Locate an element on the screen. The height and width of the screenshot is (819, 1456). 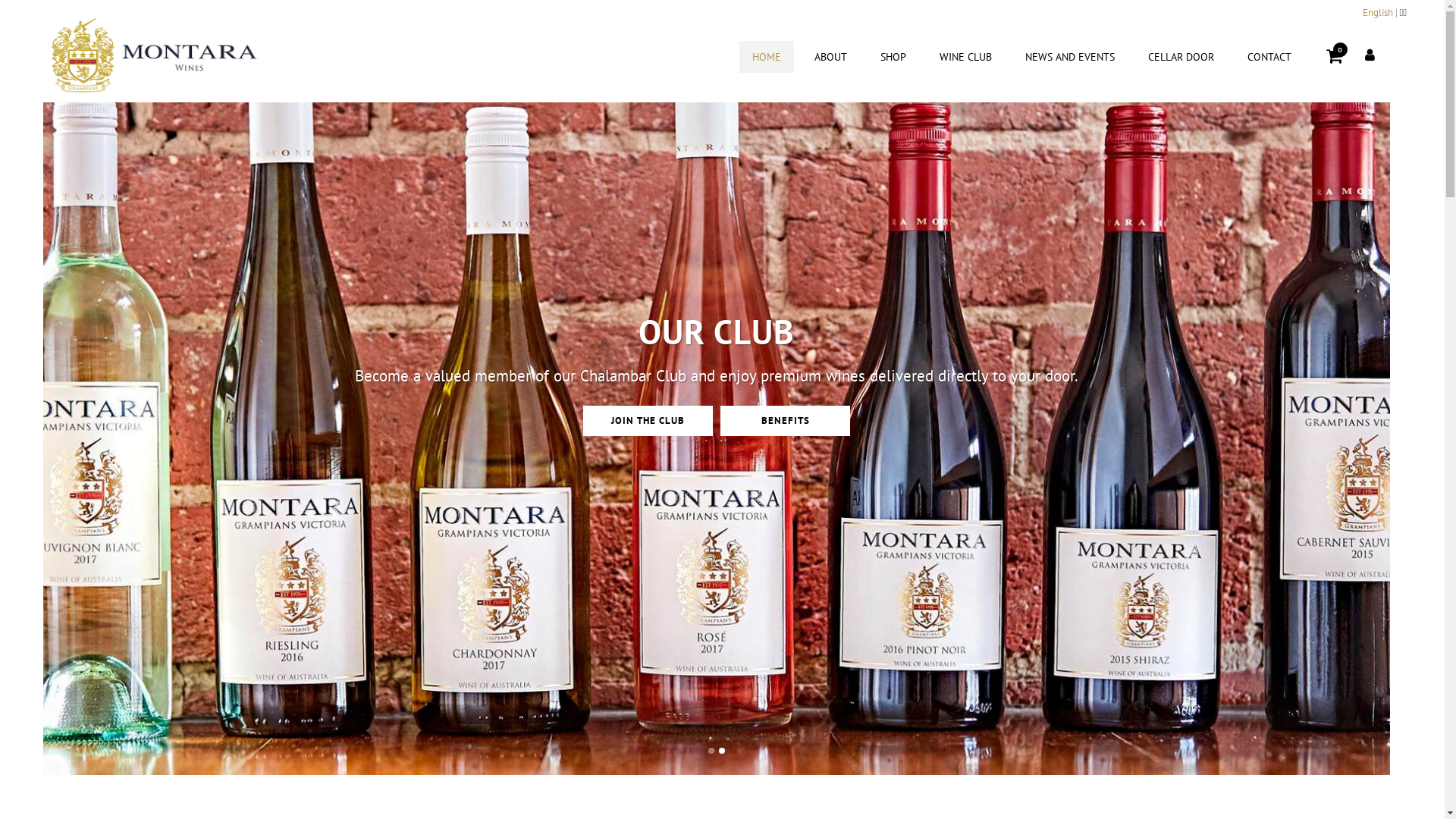
'JOIN THE CLUB' is located at coordinates (648, 450).